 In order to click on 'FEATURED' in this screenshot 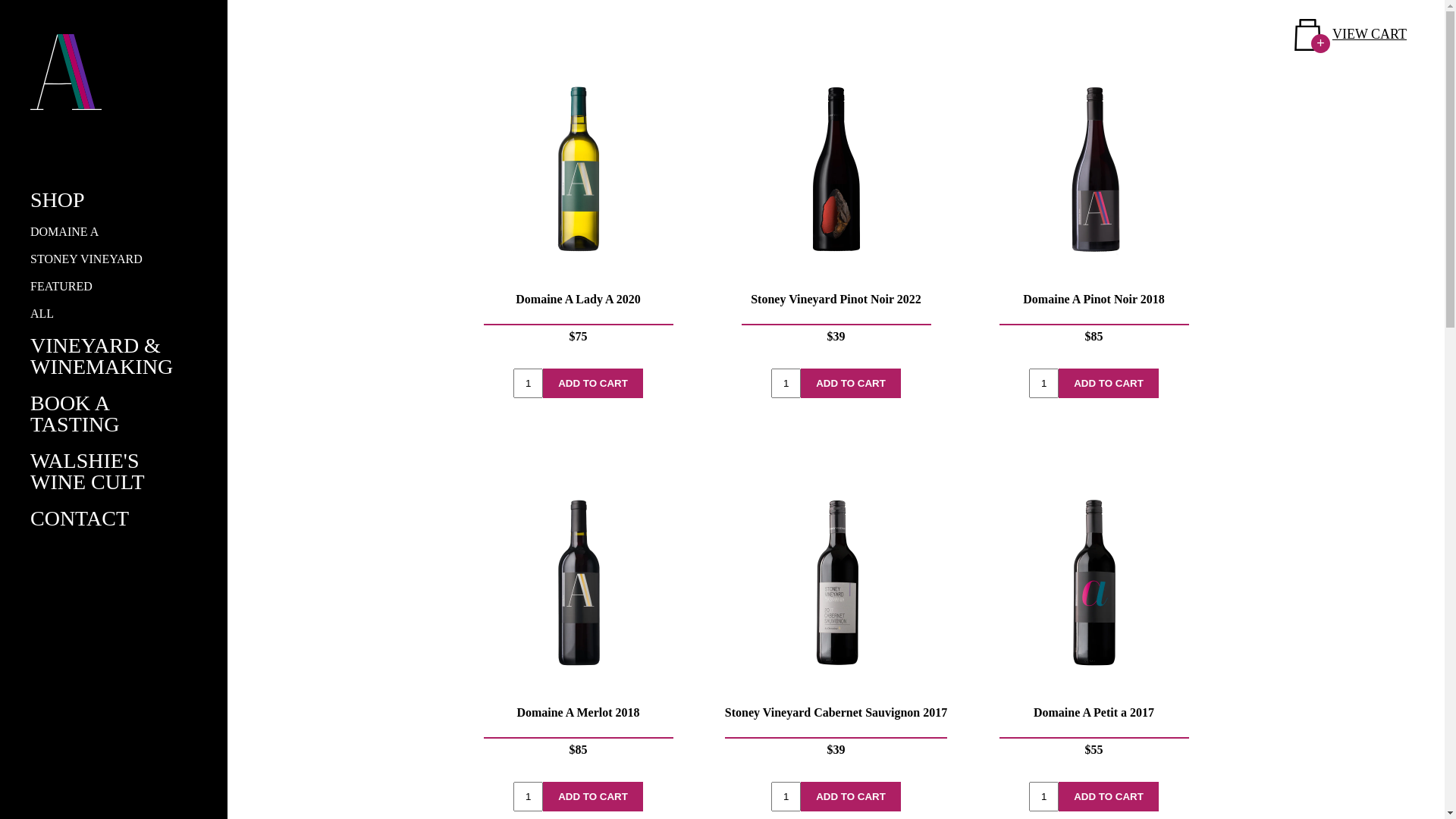, I will do `click(61, 286)`.